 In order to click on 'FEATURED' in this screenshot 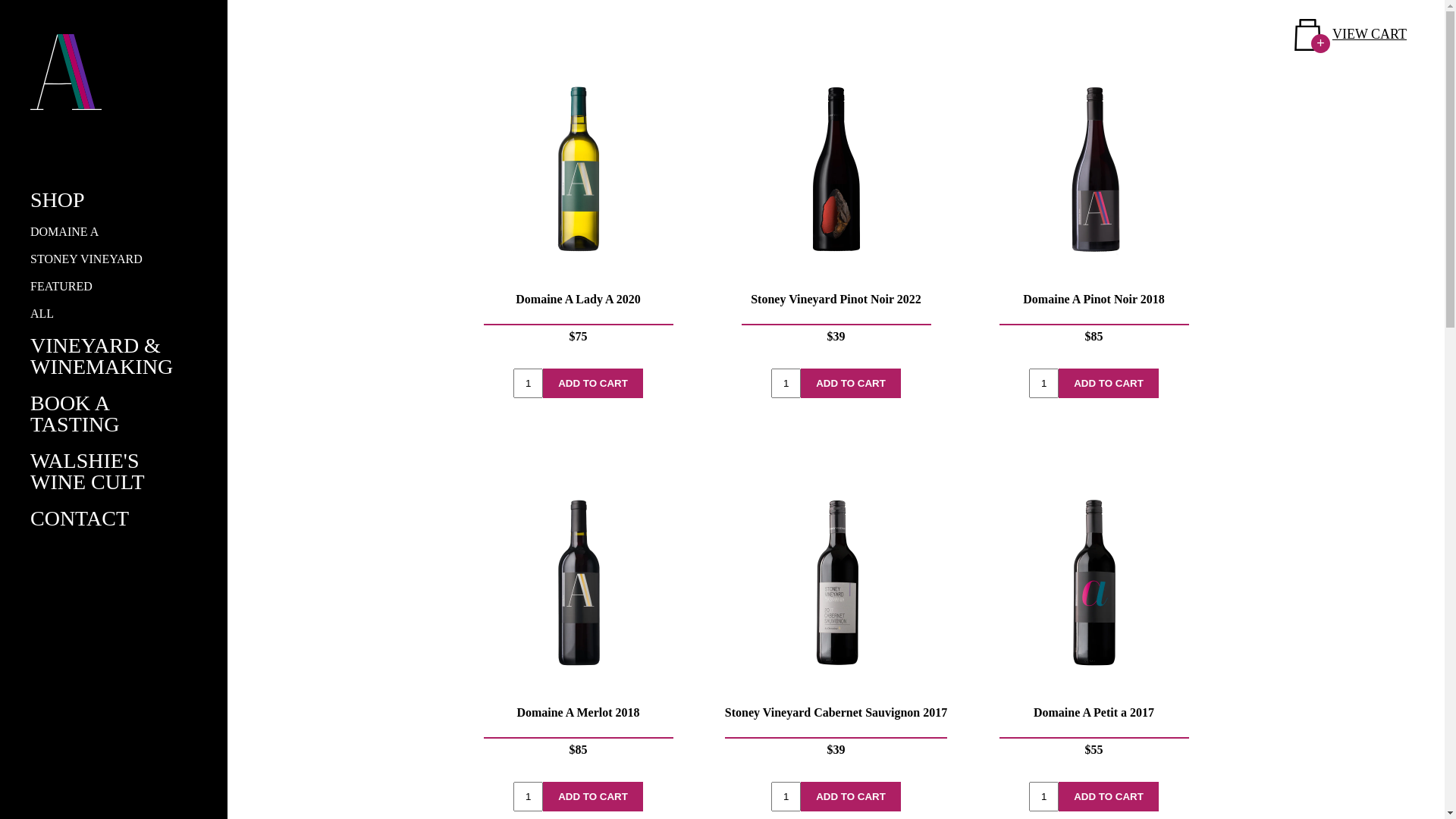, I will do `click(61, 286)`.